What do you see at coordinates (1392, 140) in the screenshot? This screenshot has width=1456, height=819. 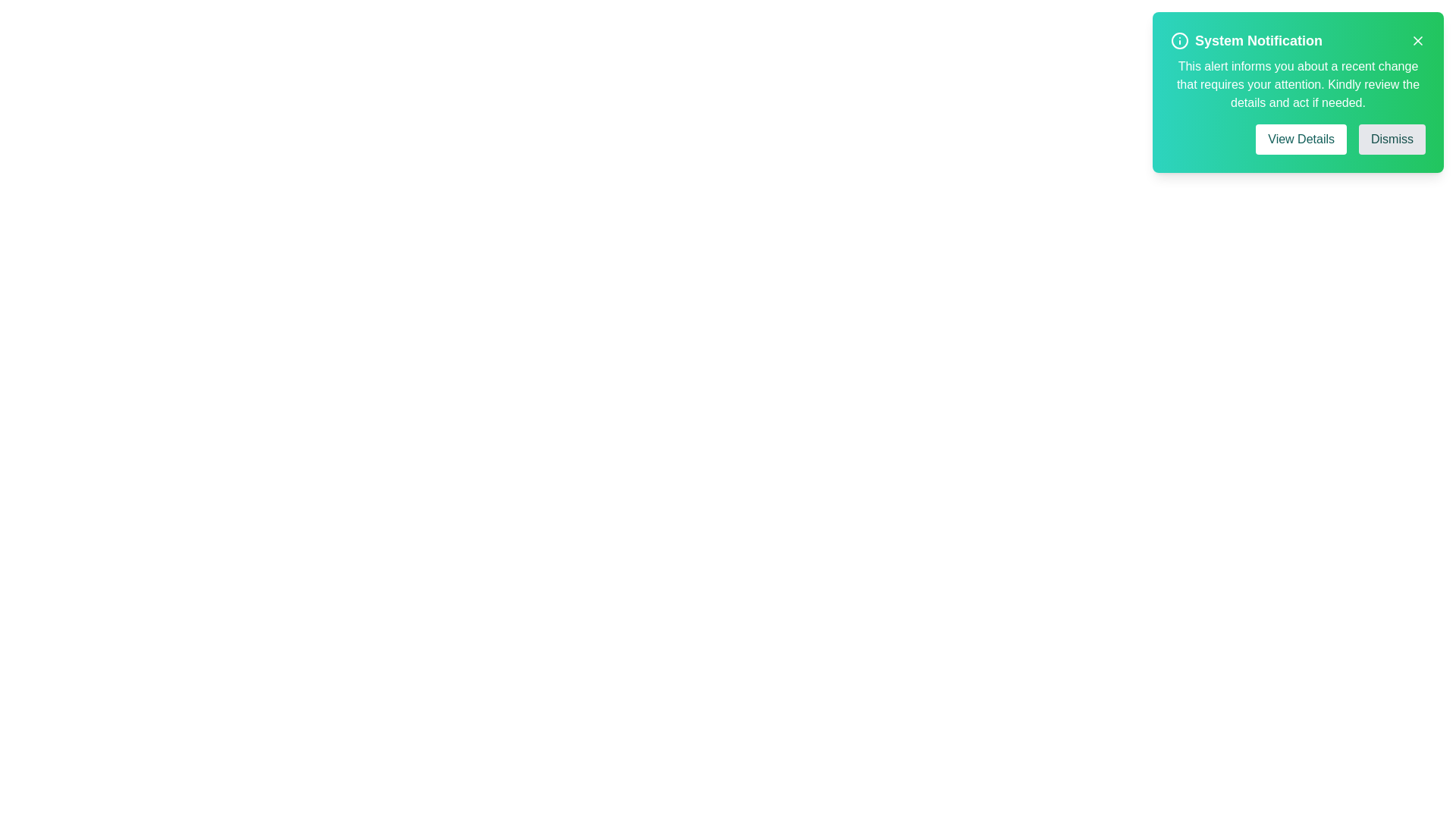 I see `the 'Dismiss' button to observe visual feedback` at bounding box center [1392, 140].